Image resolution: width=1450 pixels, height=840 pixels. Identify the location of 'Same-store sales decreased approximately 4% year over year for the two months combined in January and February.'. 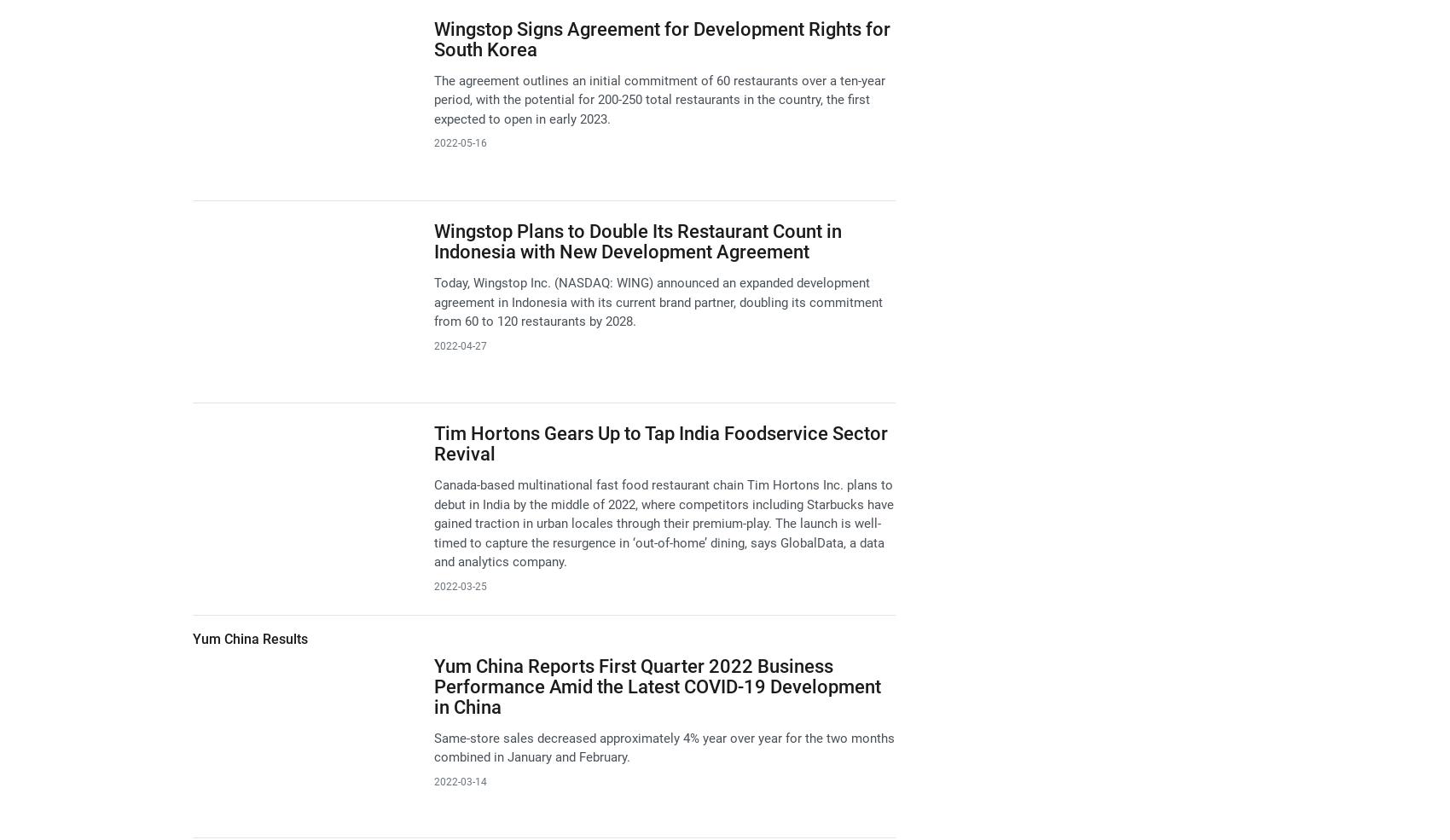
(662, 746).